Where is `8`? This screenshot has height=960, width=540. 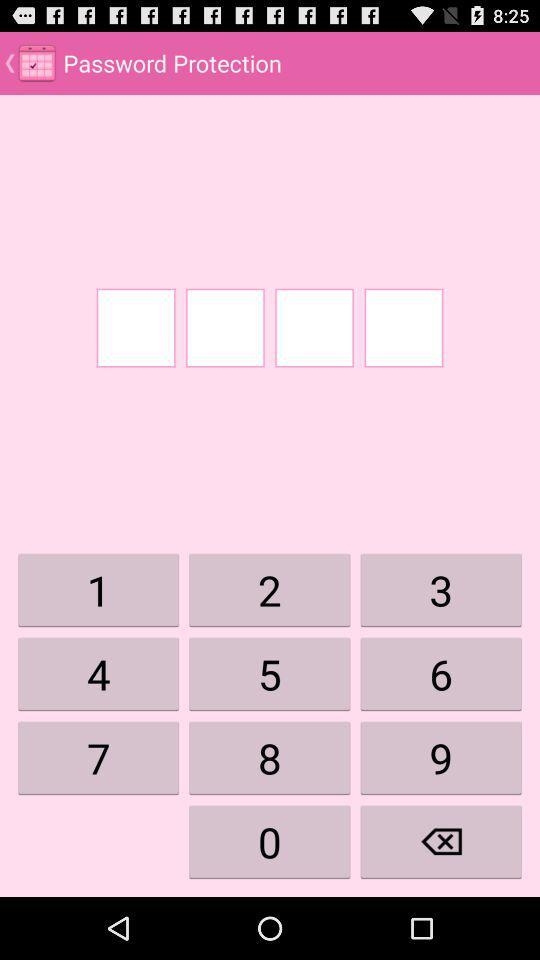 8 is located at coordinates (270, 757).